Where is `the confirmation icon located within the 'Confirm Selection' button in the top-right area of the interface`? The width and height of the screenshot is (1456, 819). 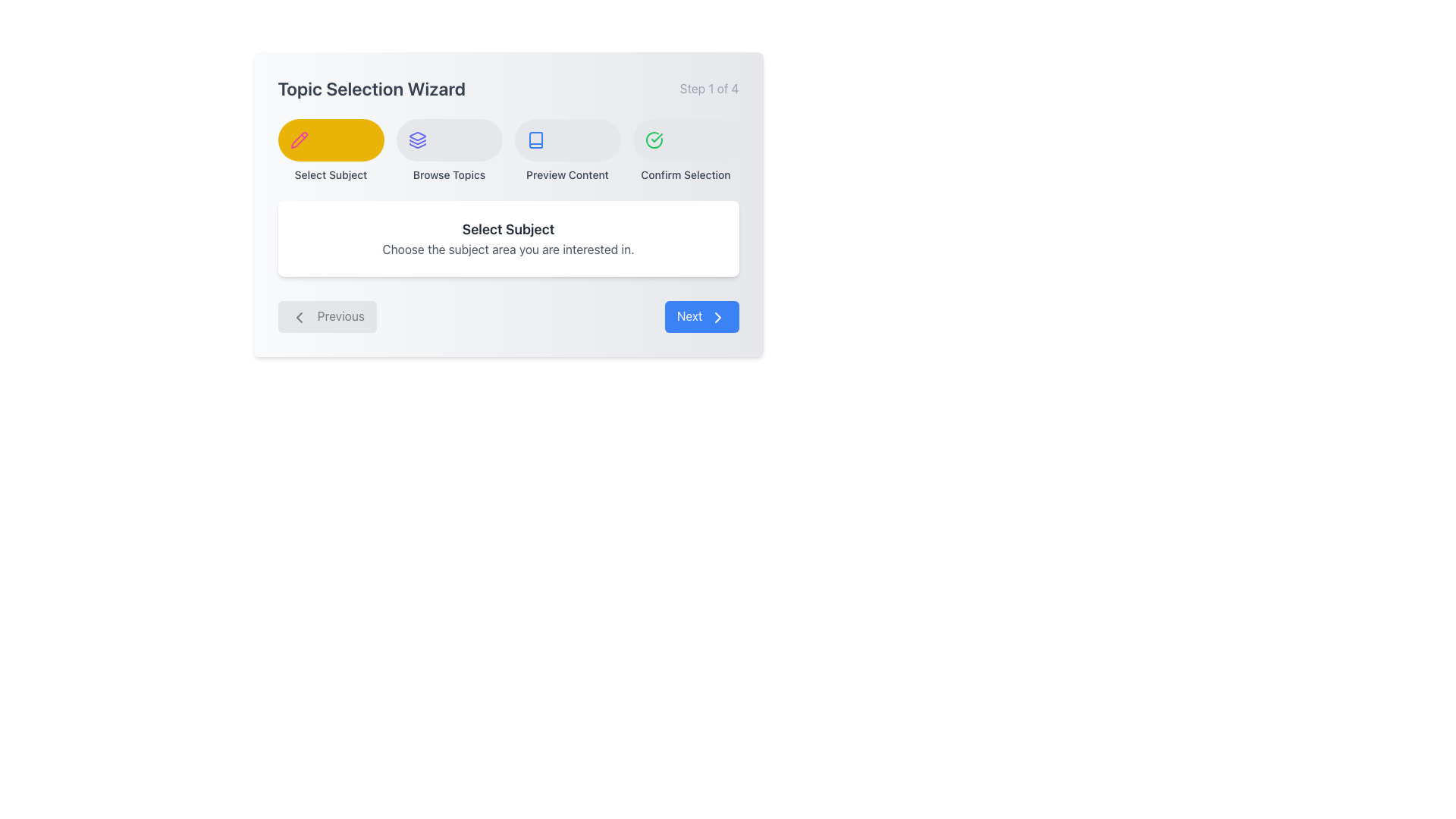
the confirmation icon located within the 'Confirm Selection' button in the top-right area of the interface is located at coordinates (654, 140).